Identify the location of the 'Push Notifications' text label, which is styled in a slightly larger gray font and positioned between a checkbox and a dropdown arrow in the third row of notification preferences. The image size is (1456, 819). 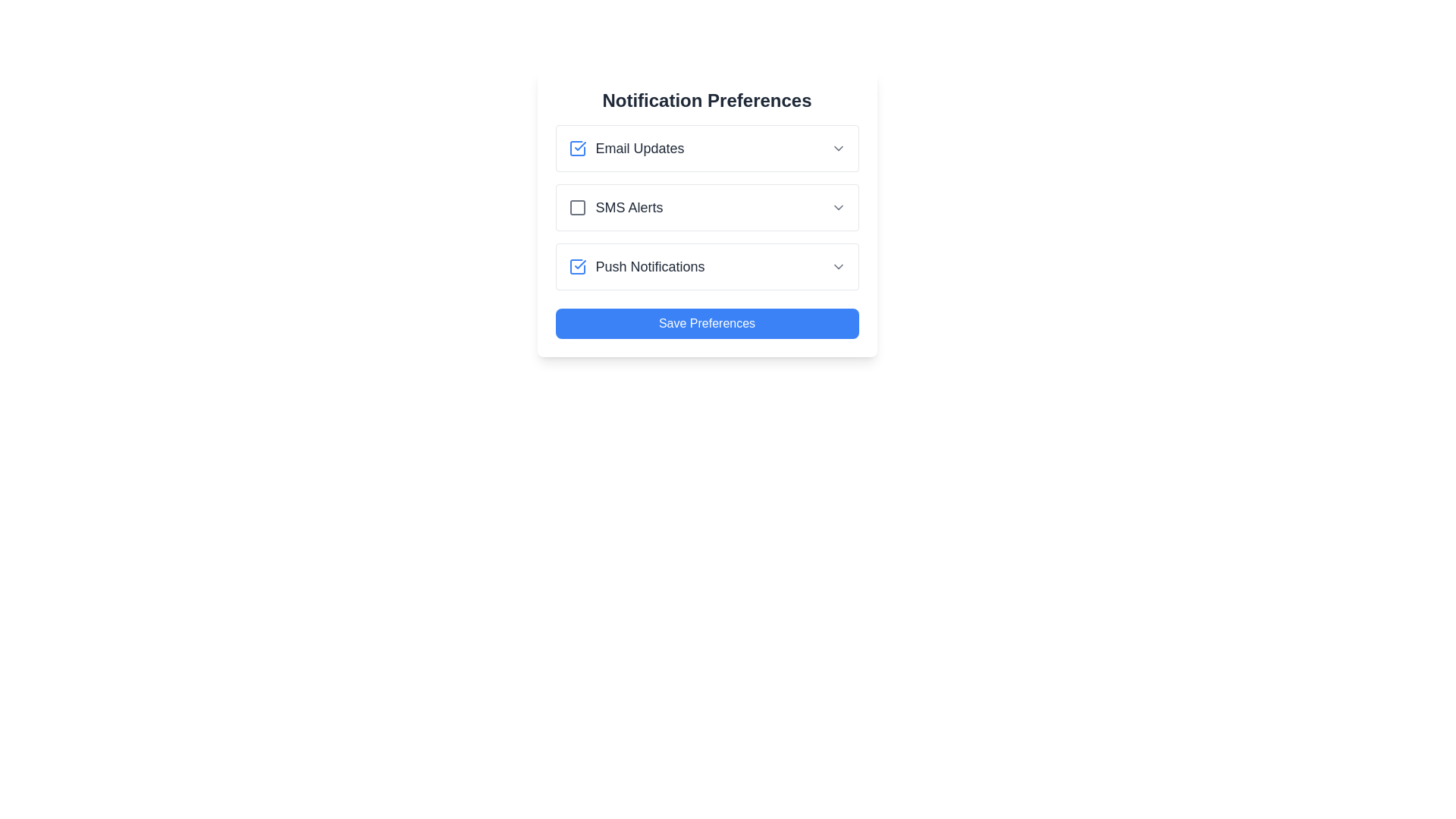
(650, 265).